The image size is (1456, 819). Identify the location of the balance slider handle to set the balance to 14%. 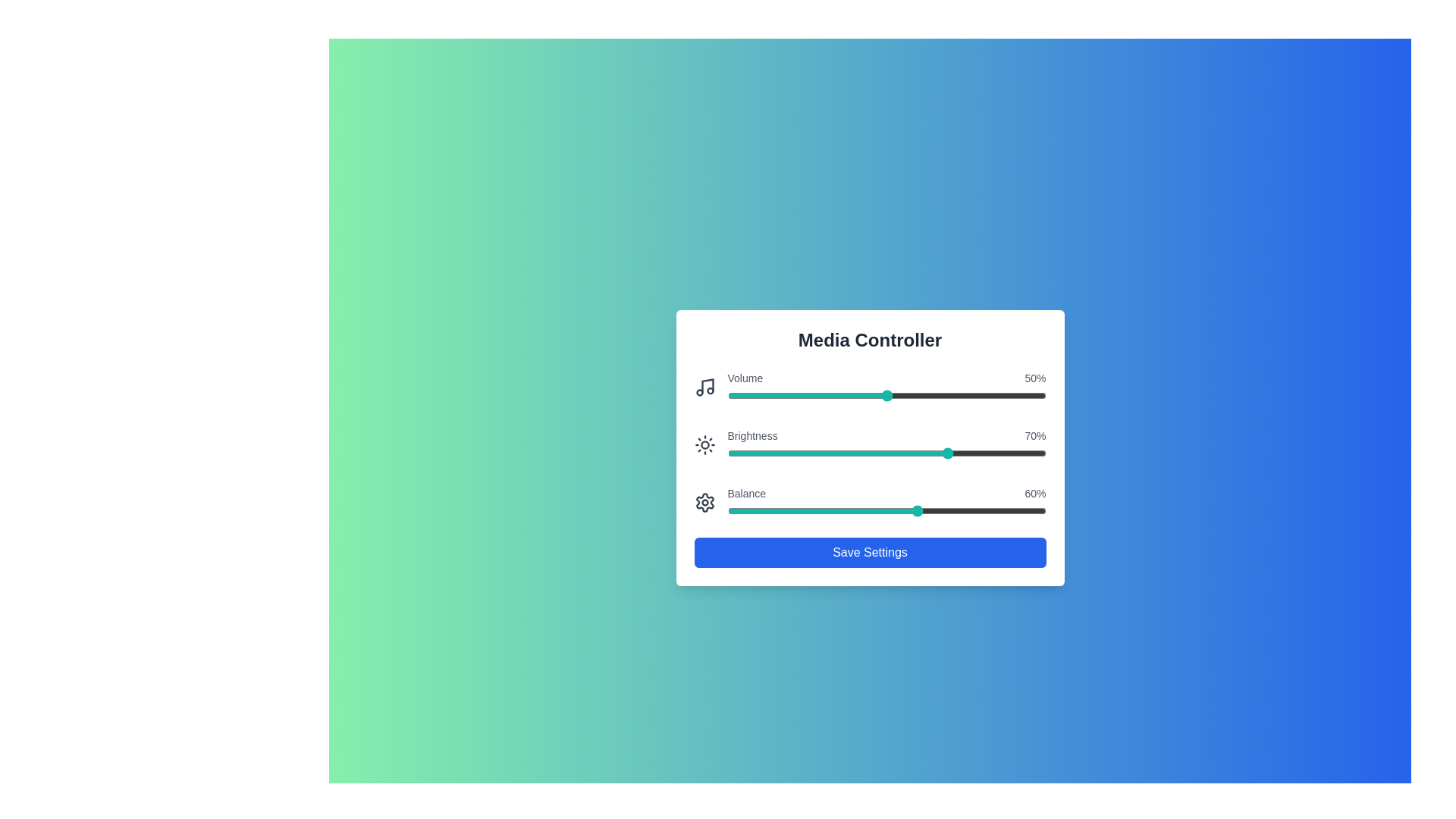
(772, 511).